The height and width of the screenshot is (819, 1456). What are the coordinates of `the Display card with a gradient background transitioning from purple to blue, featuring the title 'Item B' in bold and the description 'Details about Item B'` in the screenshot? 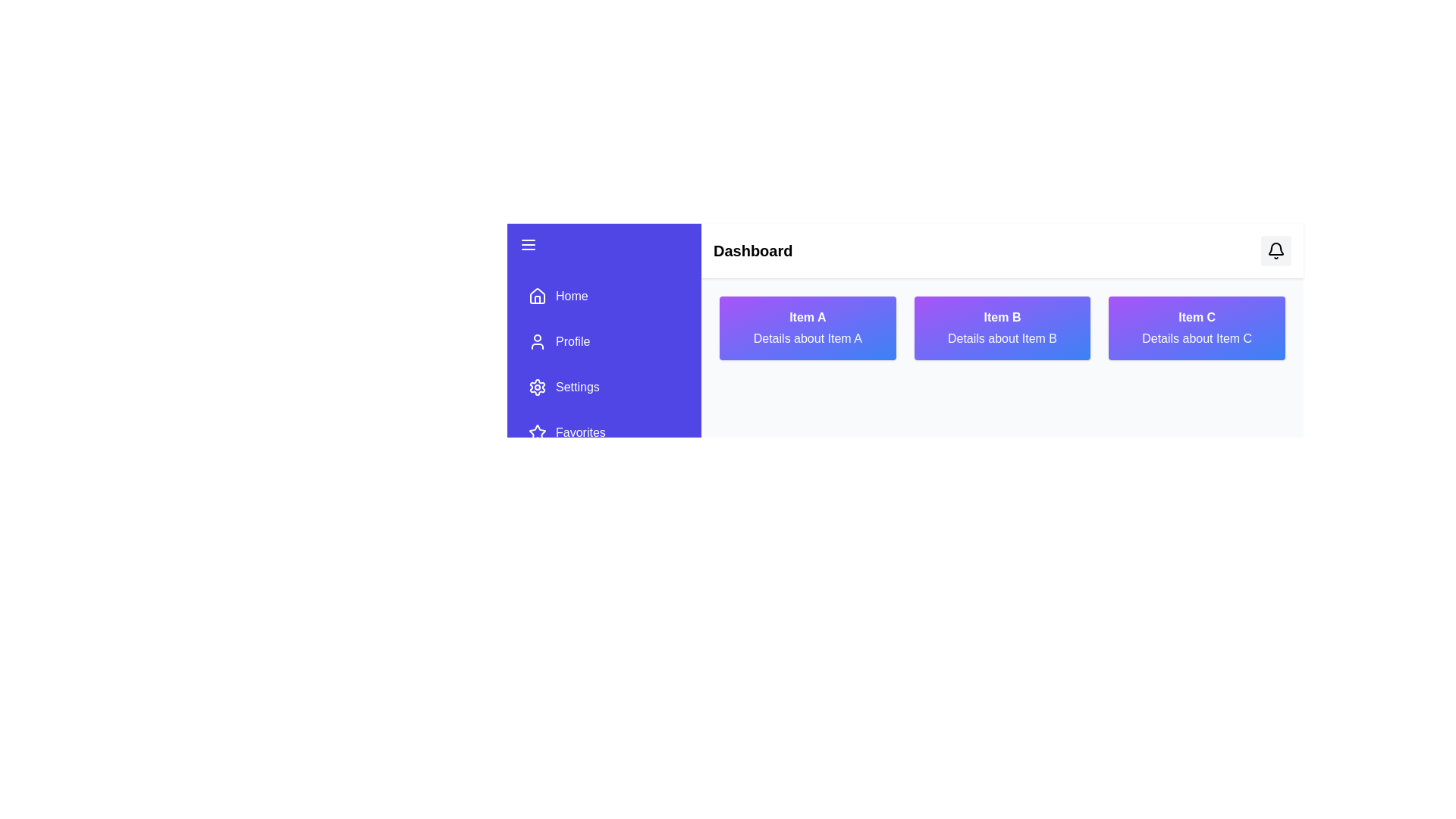 It's located at (1002, 327).